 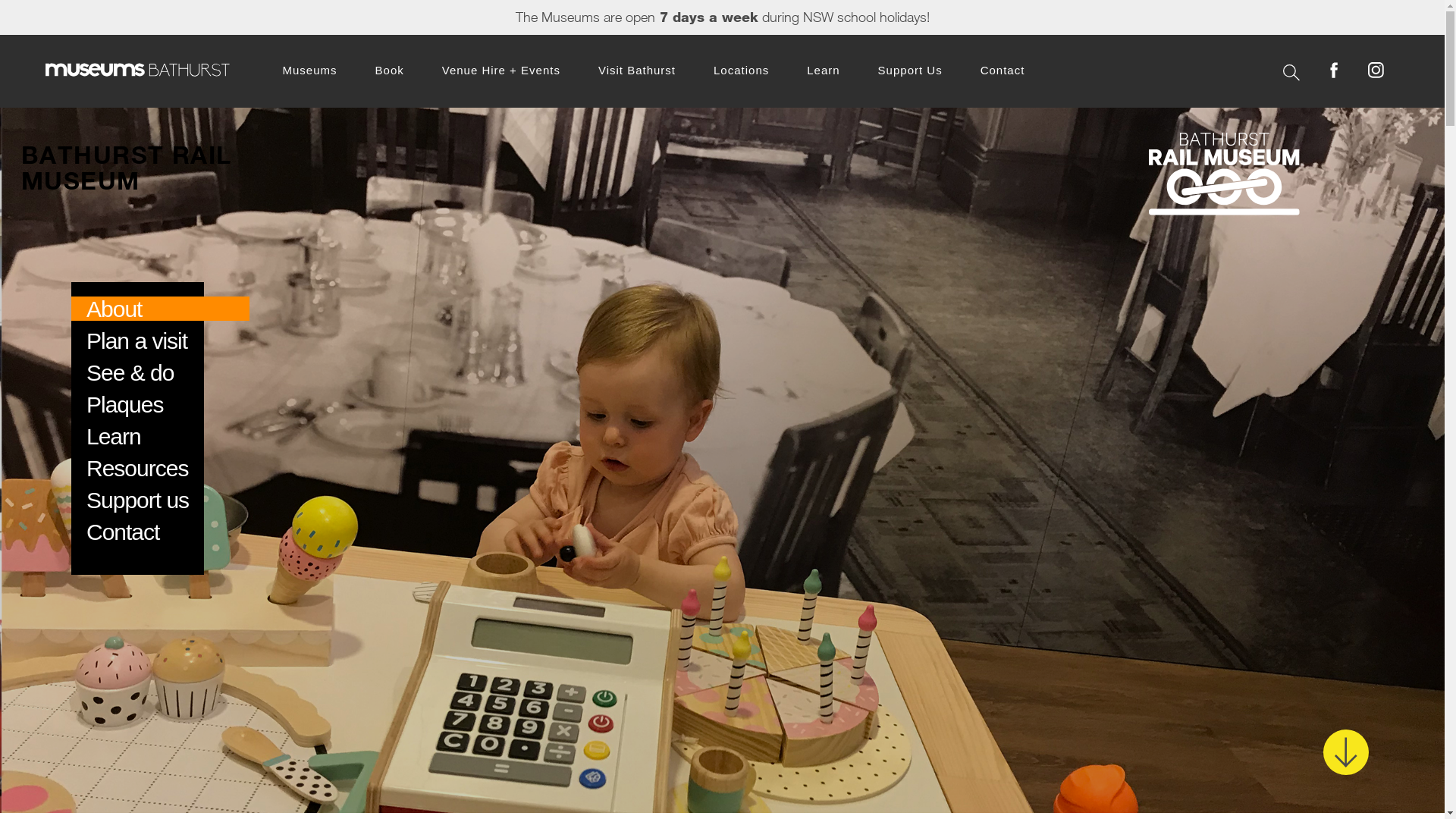 What do you see at coordinates (124, 403) in the screenshot?
I see `'Plaques'` at bounding box center [124, 403].